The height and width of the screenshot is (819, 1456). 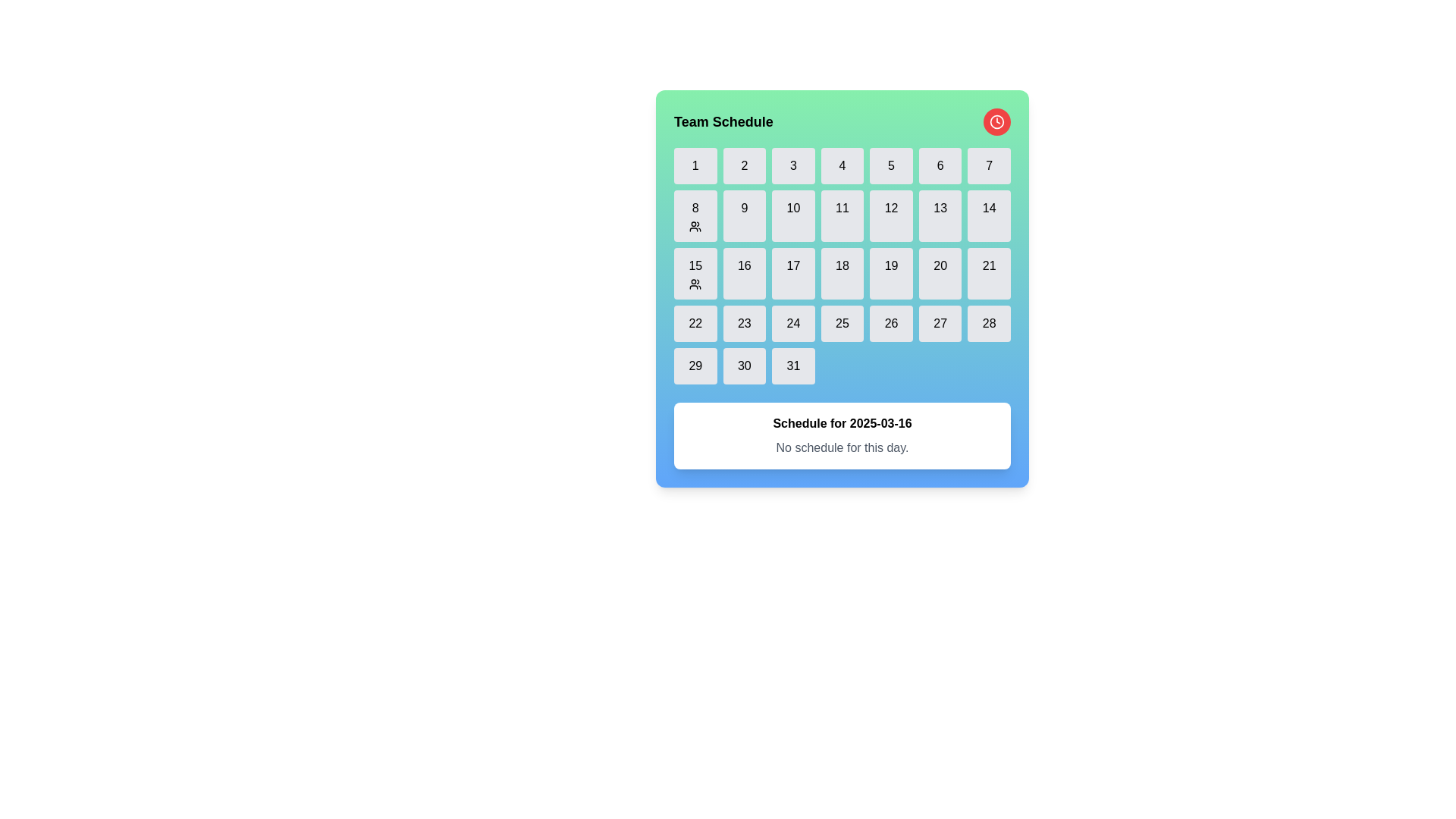 I want to click on the text displaying the number '6' in bold black font located in the second row, sixth column of the calendar grid, so click(x=939, y=166).